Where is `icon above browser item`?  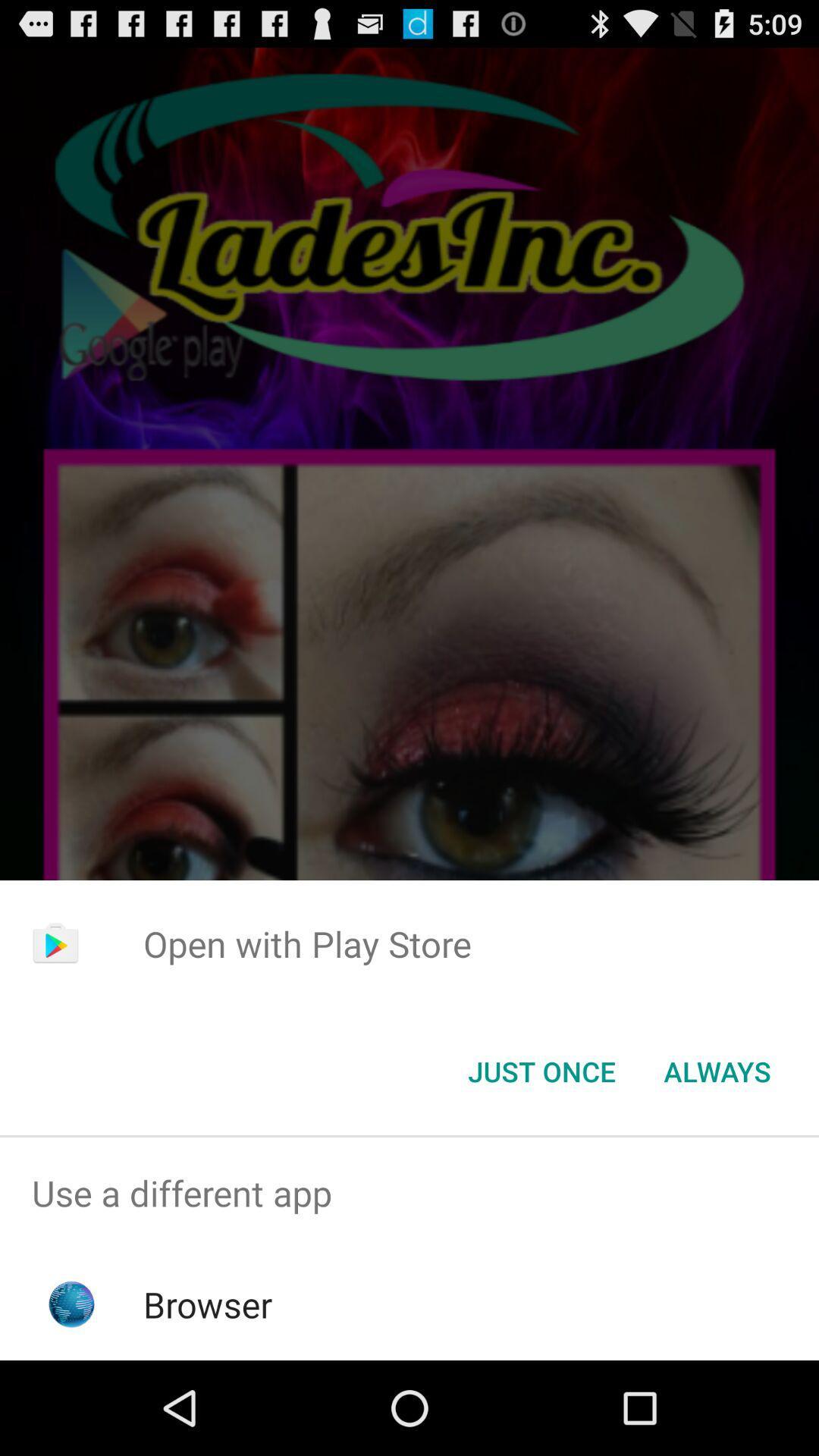
icon above browser item is located at coordinates (409, 1192).